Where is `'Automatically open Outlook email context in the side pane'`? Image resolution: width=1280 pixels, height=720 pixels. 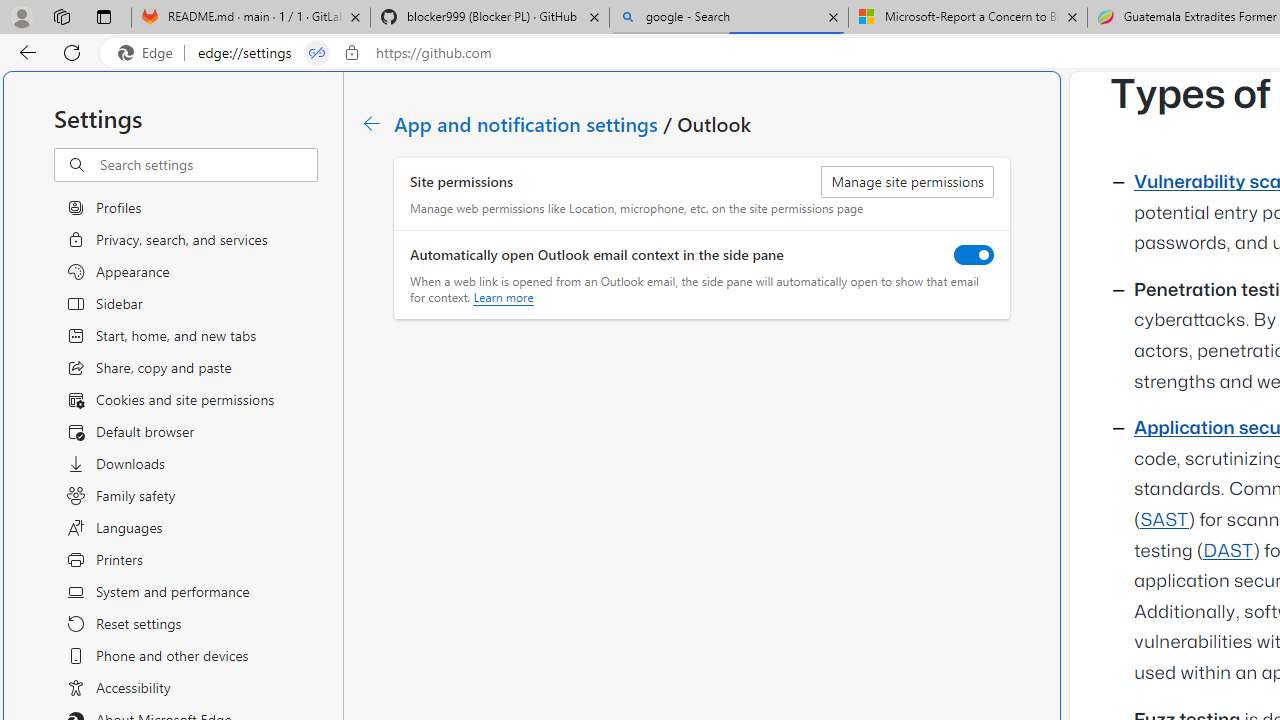 'Automatically open Outlook email context in the side pane' is located at coordinates (974, 253).